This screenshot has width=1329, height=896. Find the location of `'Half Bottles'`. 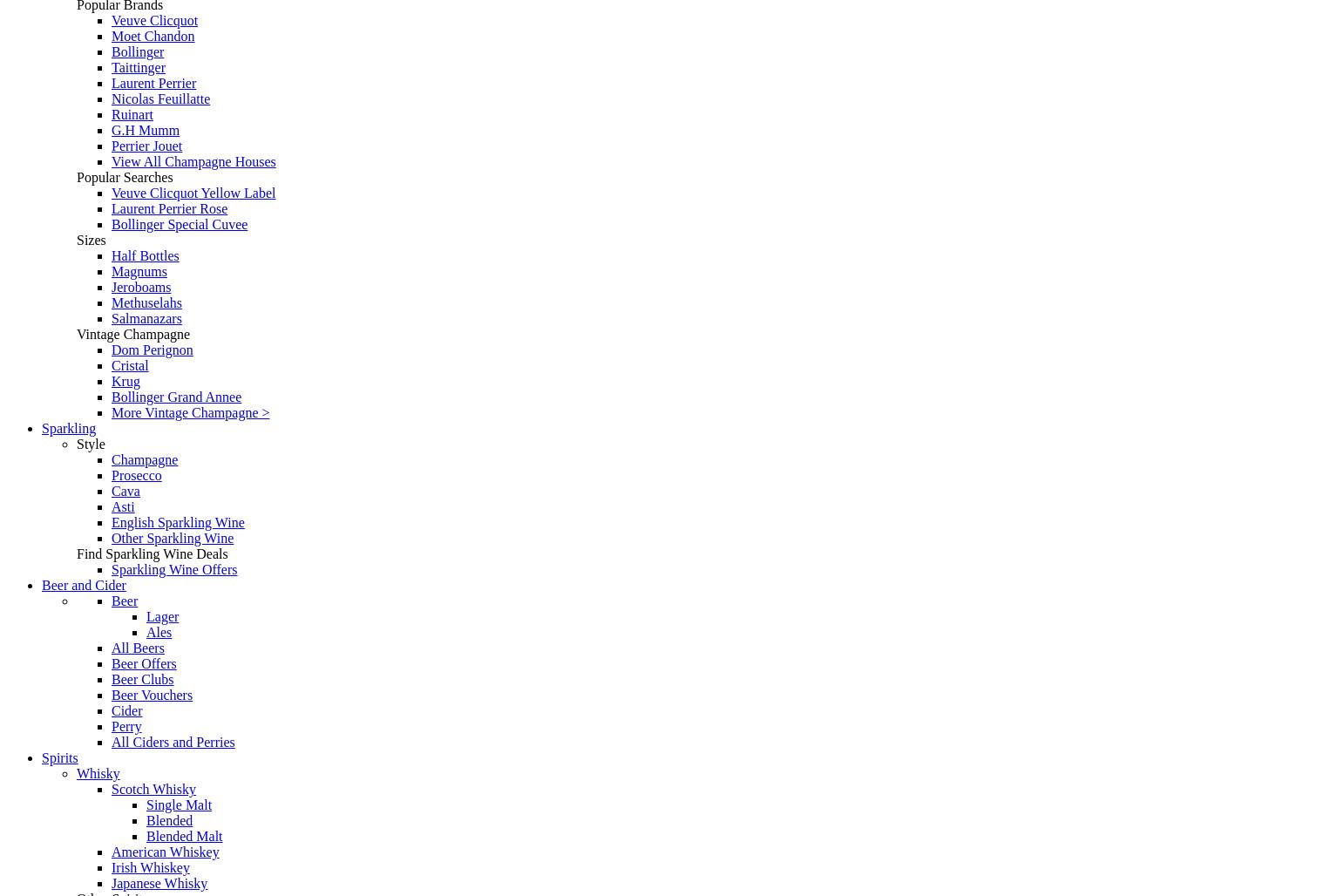

'Half Bottles' is located at coordinates (144, 255).